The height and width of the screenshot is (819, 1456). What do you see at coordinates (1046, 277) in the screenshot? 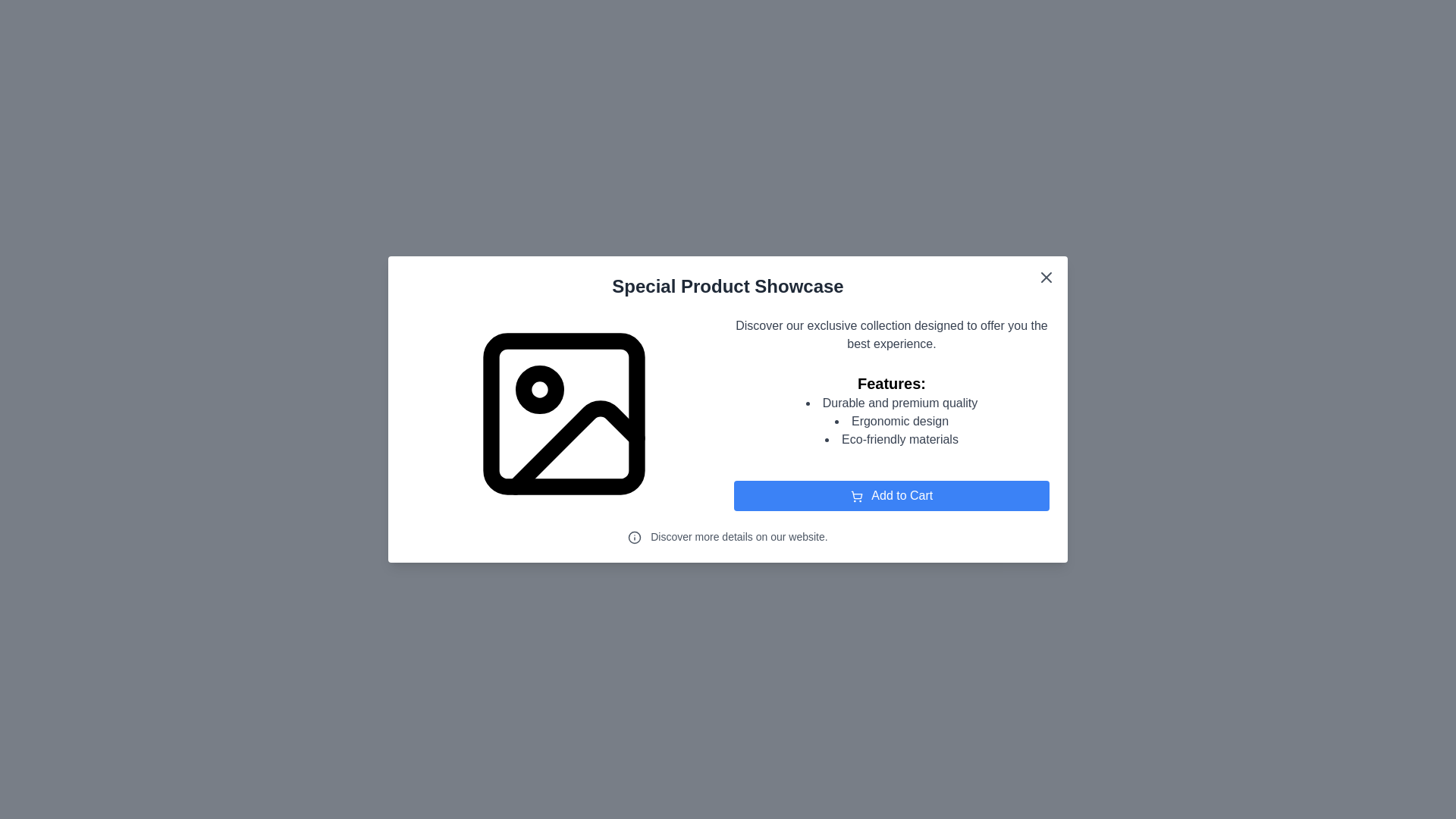
I see `the close button located in the top-right corner of the modal dialog` at bounding box center [1046, 277].